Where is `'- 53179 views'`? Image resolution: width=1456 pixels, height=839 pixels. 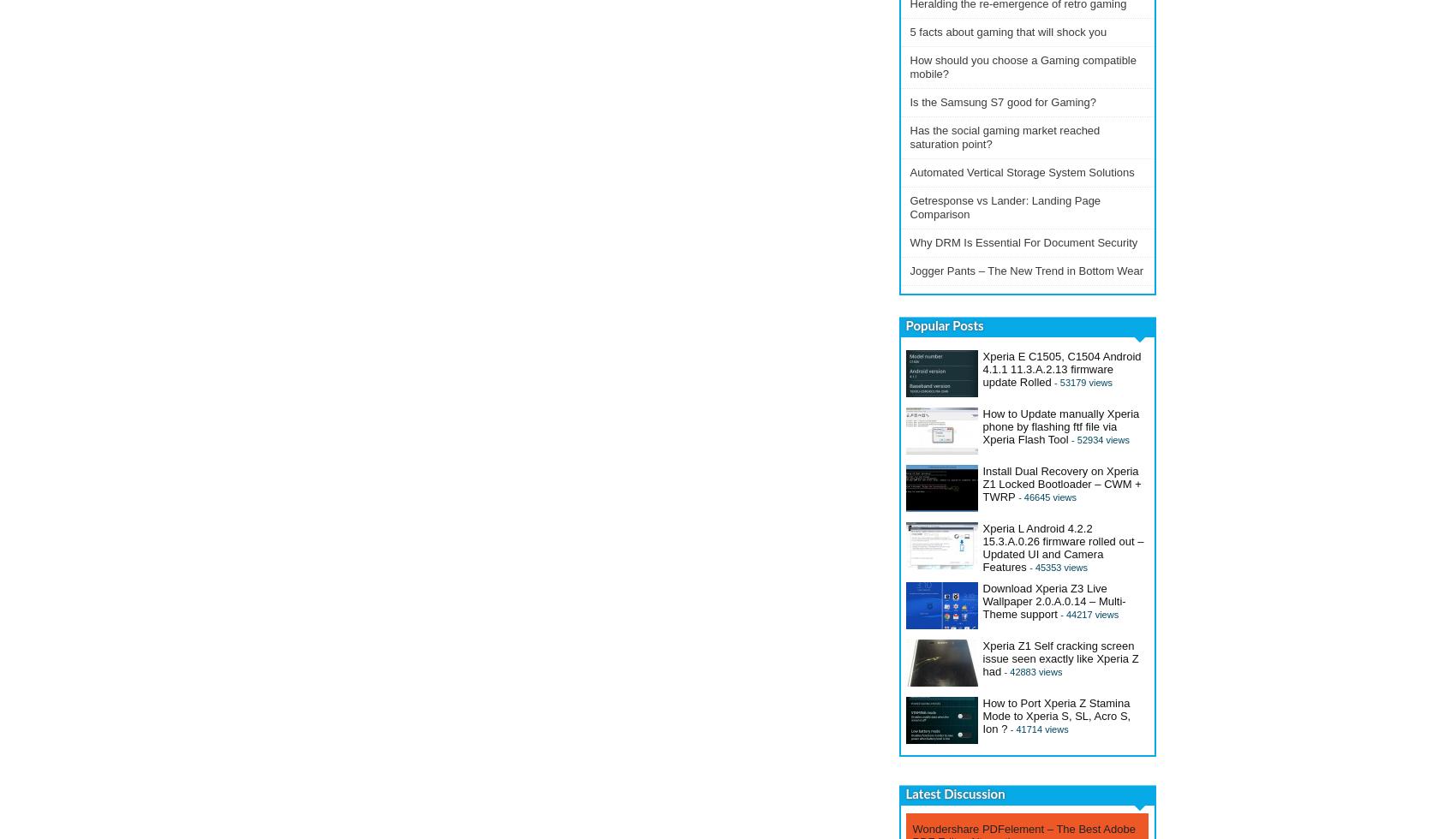 '- 53179 views' is located at coordinates (1082, 382).